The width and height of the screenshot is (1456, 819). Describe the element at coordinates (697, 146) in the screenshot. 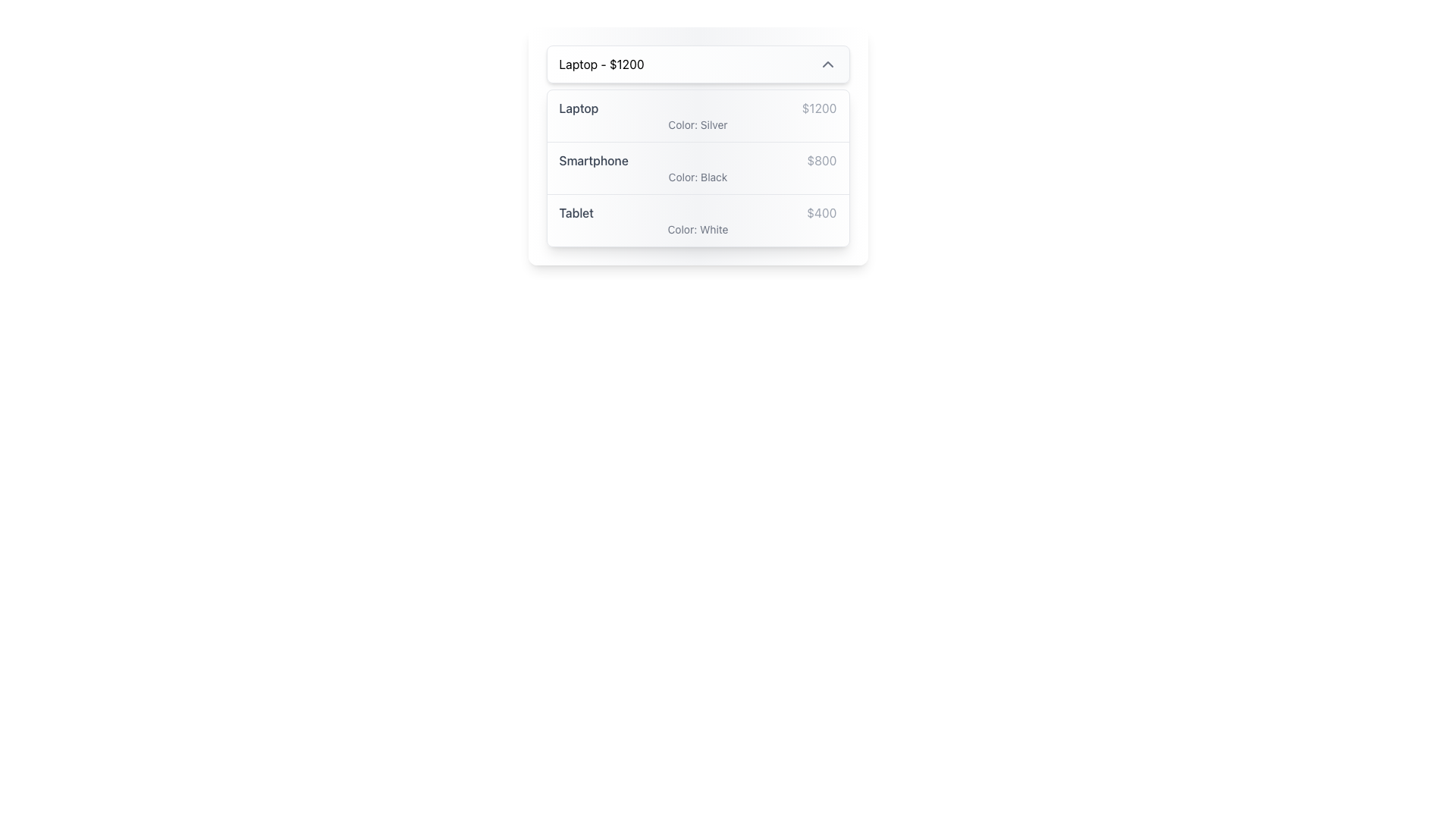

I see `the smartphone product listing item that is the second in a vertical list, positioned below 'Laptop - $1200' and above 'Tablet - $400'` at that location.